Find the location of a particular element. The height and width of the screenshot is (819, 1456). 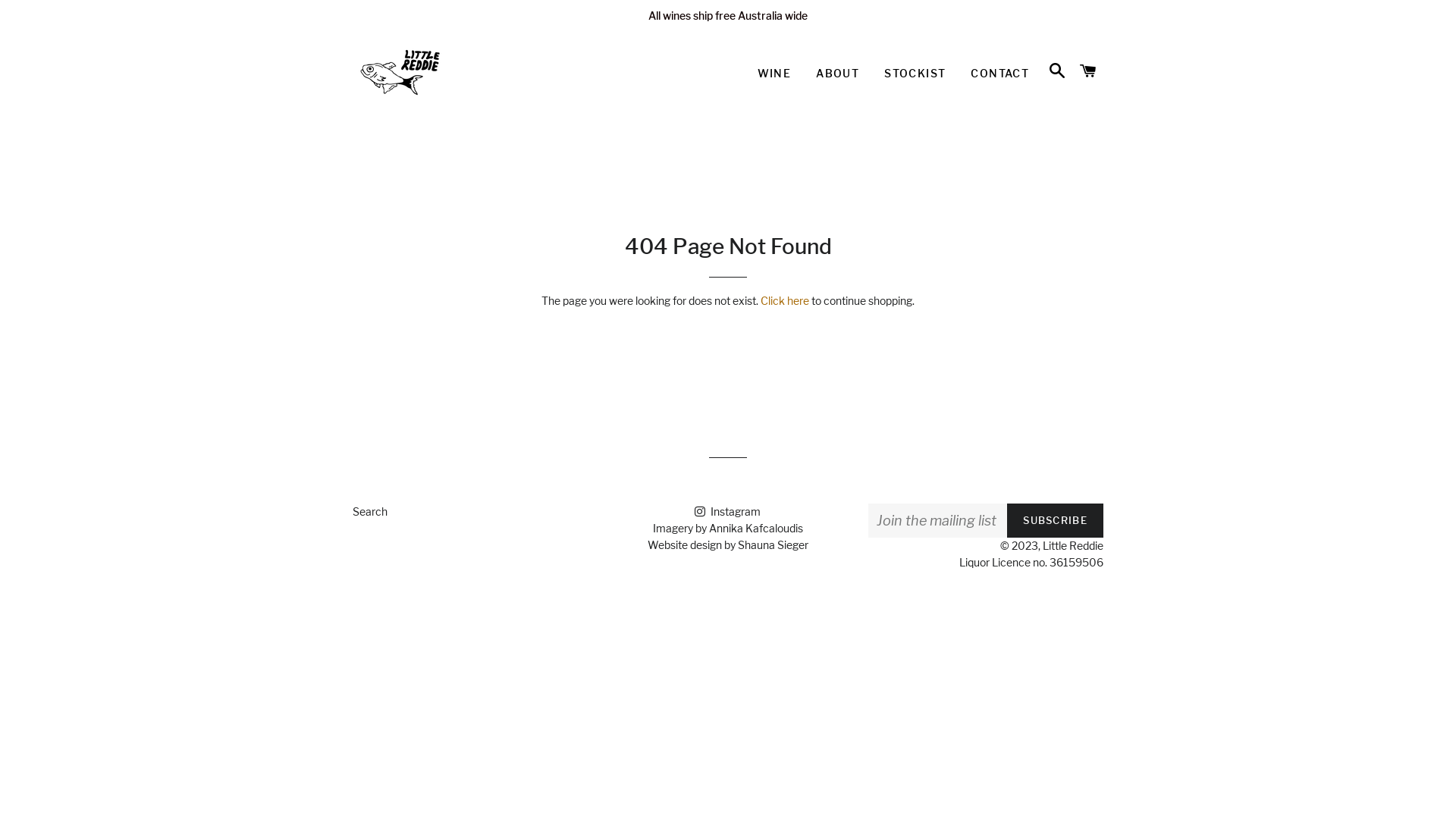

'WINE' is located at coordinates (745, 73).